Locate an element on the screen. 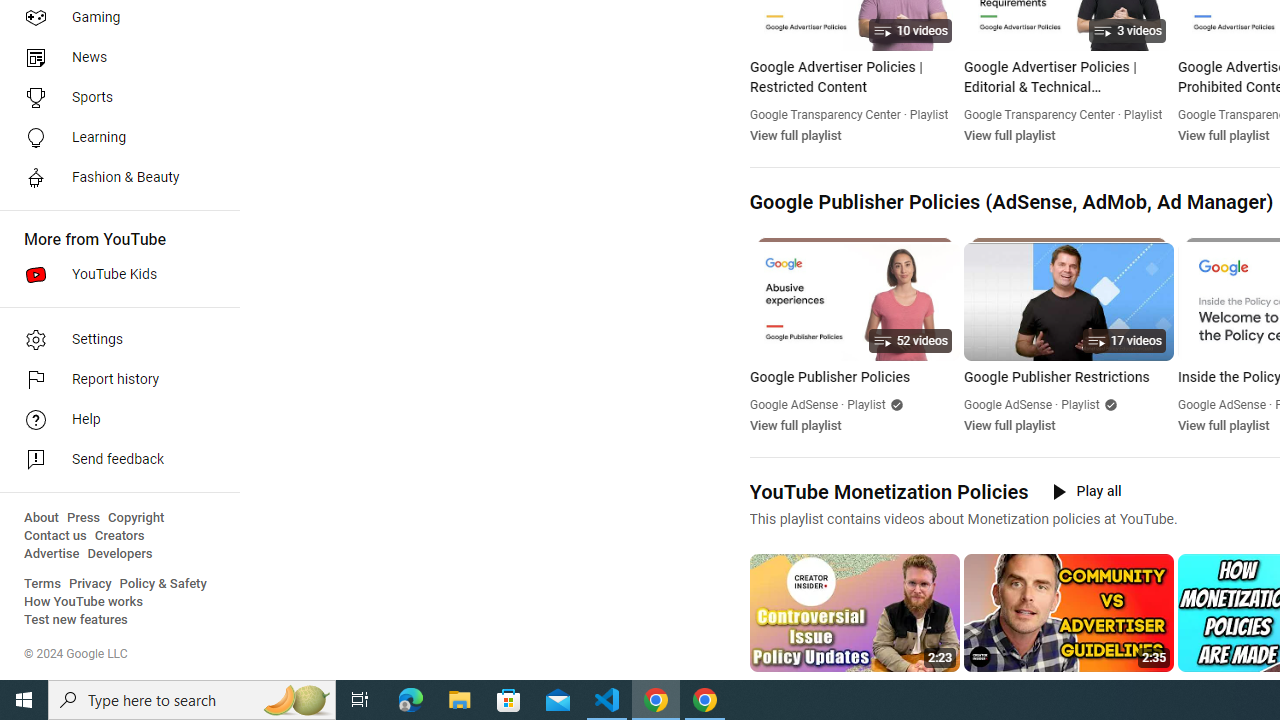 The height and width of the screenshot is (720, 1280). 'Privacy' is located at coordinates (89, 584).